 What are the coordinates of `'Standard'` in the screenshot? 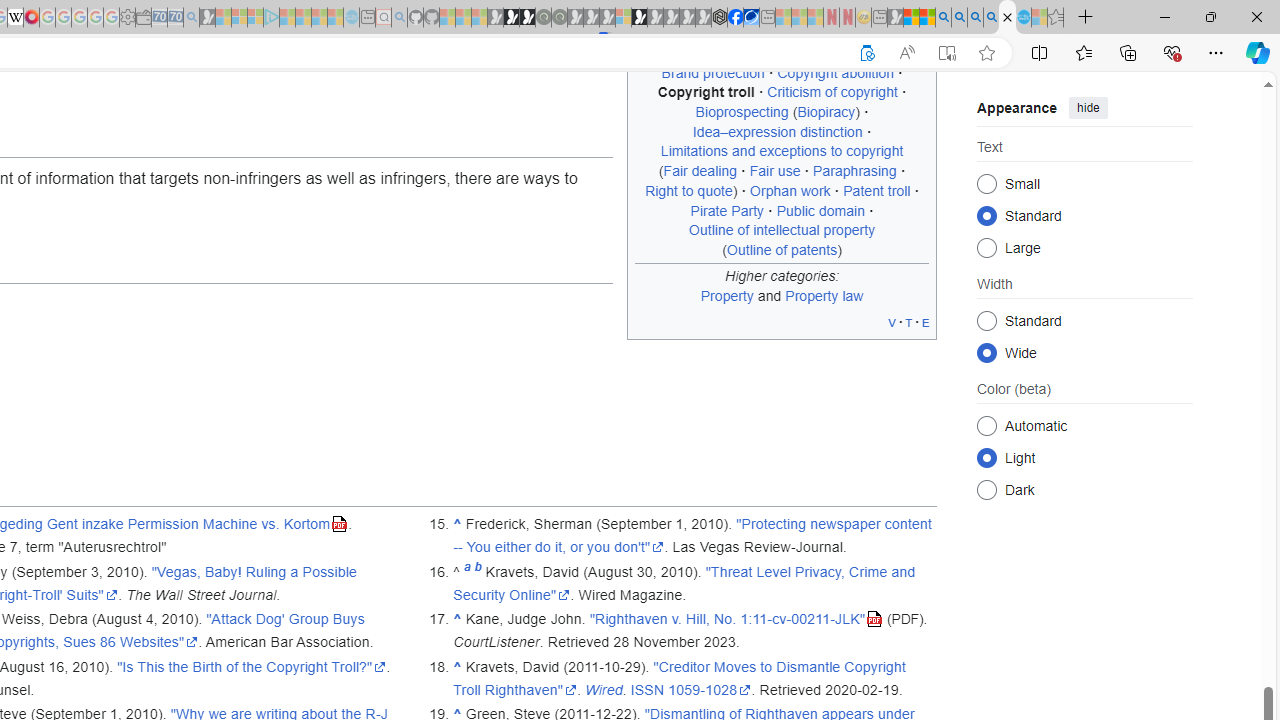 It's located at (986, 319).